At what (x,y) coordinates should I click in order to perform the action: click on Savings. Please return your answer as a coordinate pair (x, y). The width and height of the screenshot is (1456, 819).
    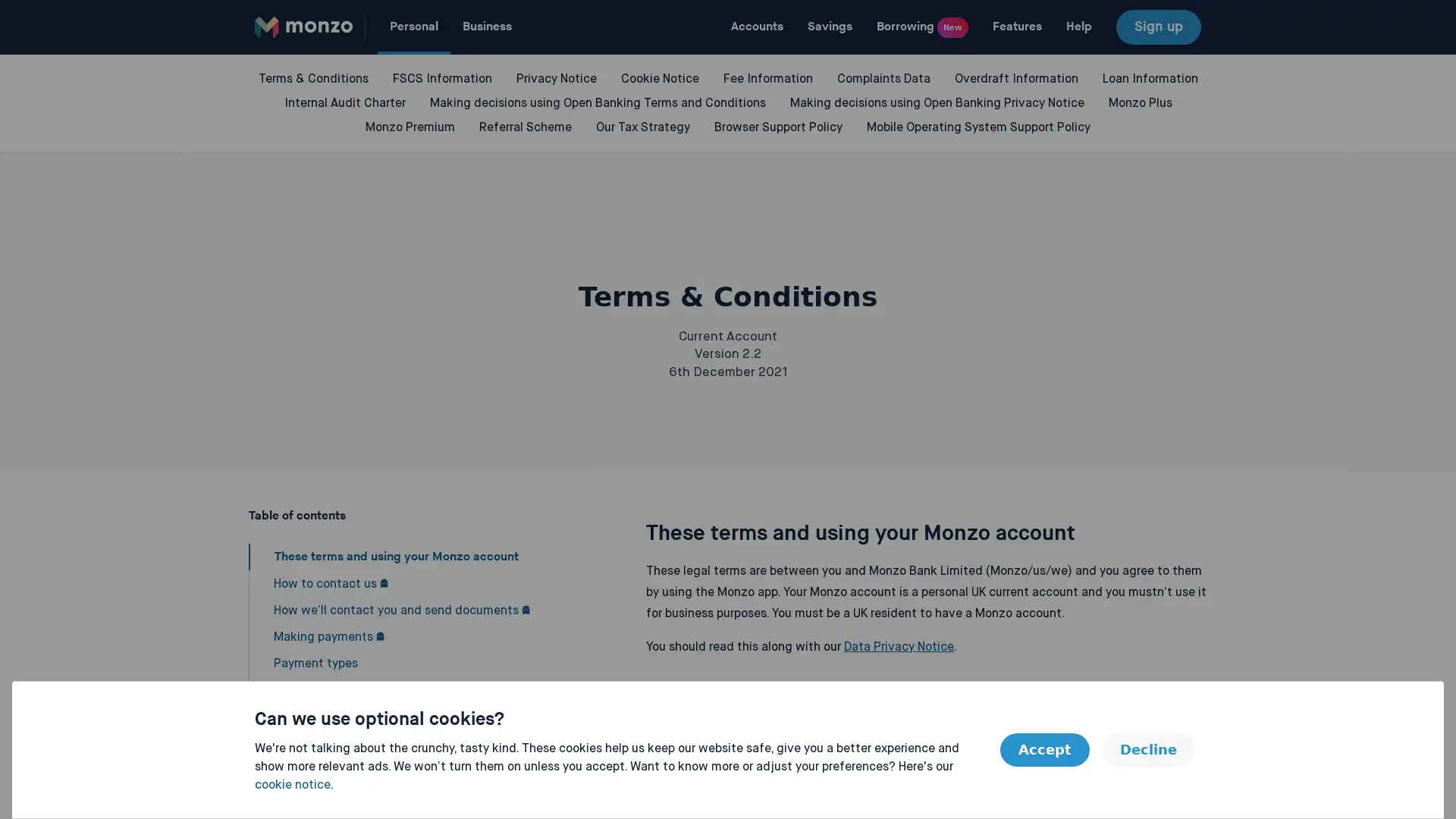
    Looking at the image, I should click on (829, 27).